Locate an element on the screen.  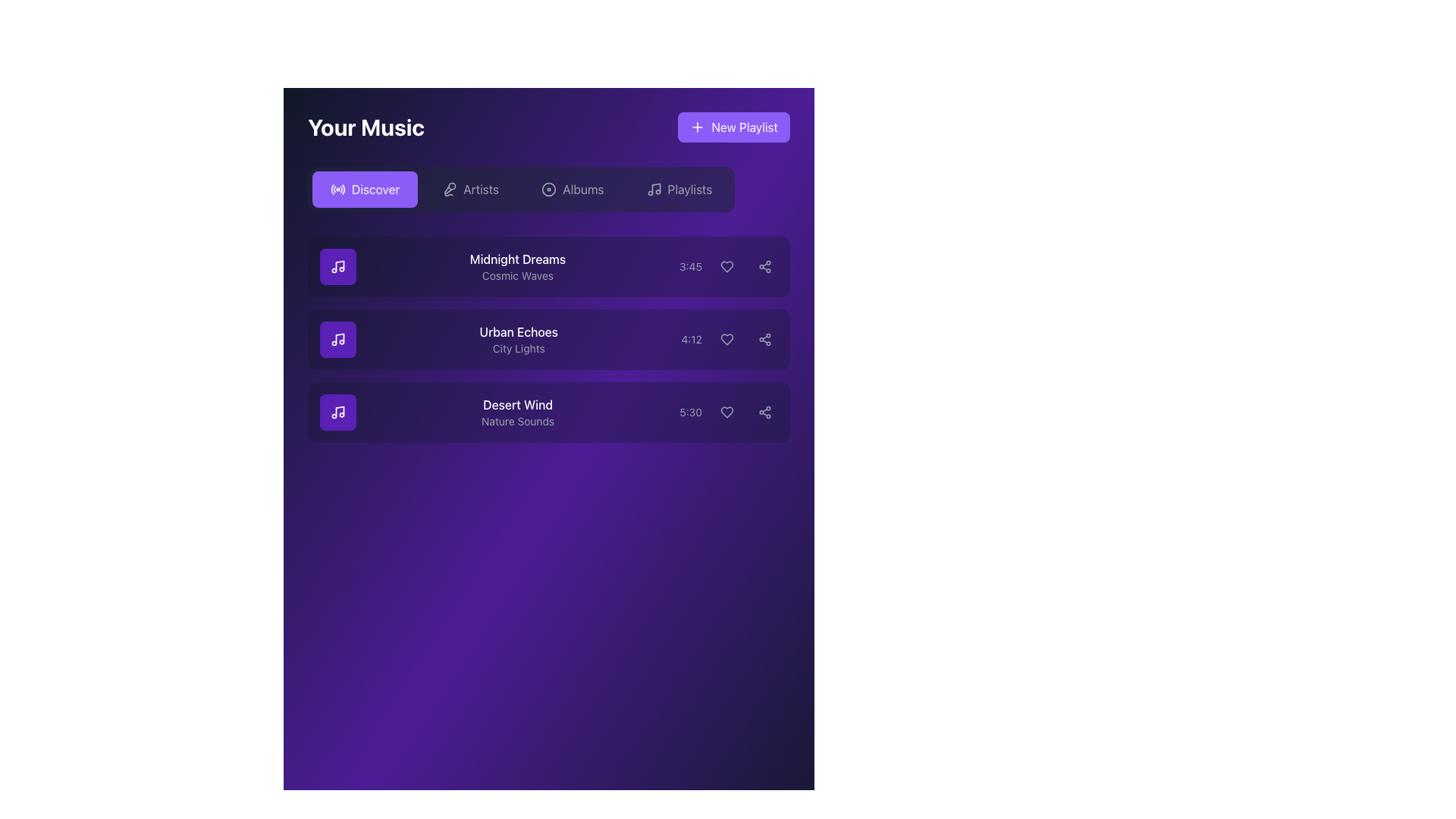
the heart icon button outlined in white on a purple background, which indicates a favorite or like action is located at coordinates (726, 265).